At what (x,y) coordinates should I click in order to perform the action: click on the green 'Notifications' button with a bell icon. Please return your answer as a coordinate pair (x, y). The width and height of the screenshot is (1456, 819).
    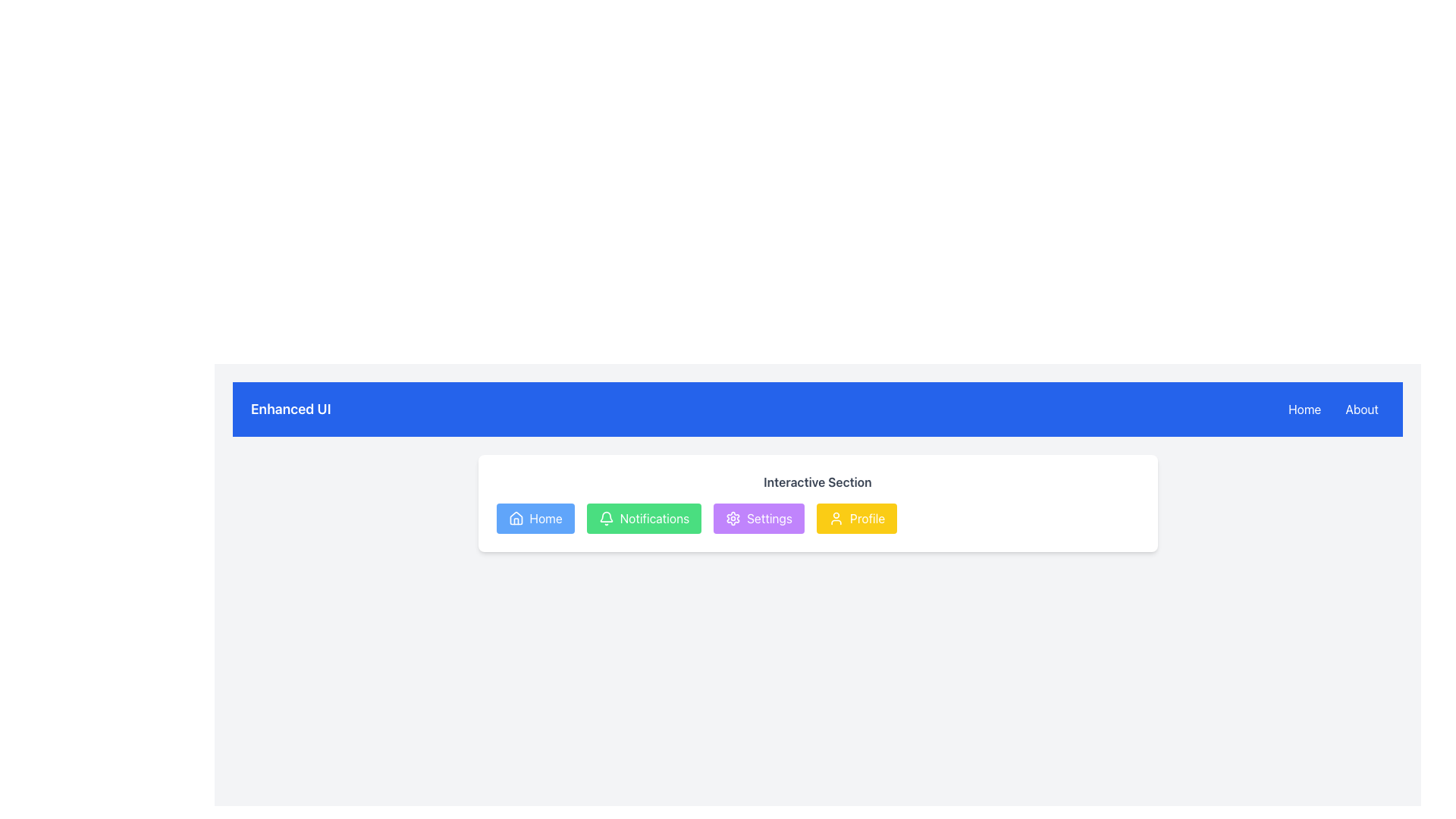
    Looking at the image, I should click on (644, 517).